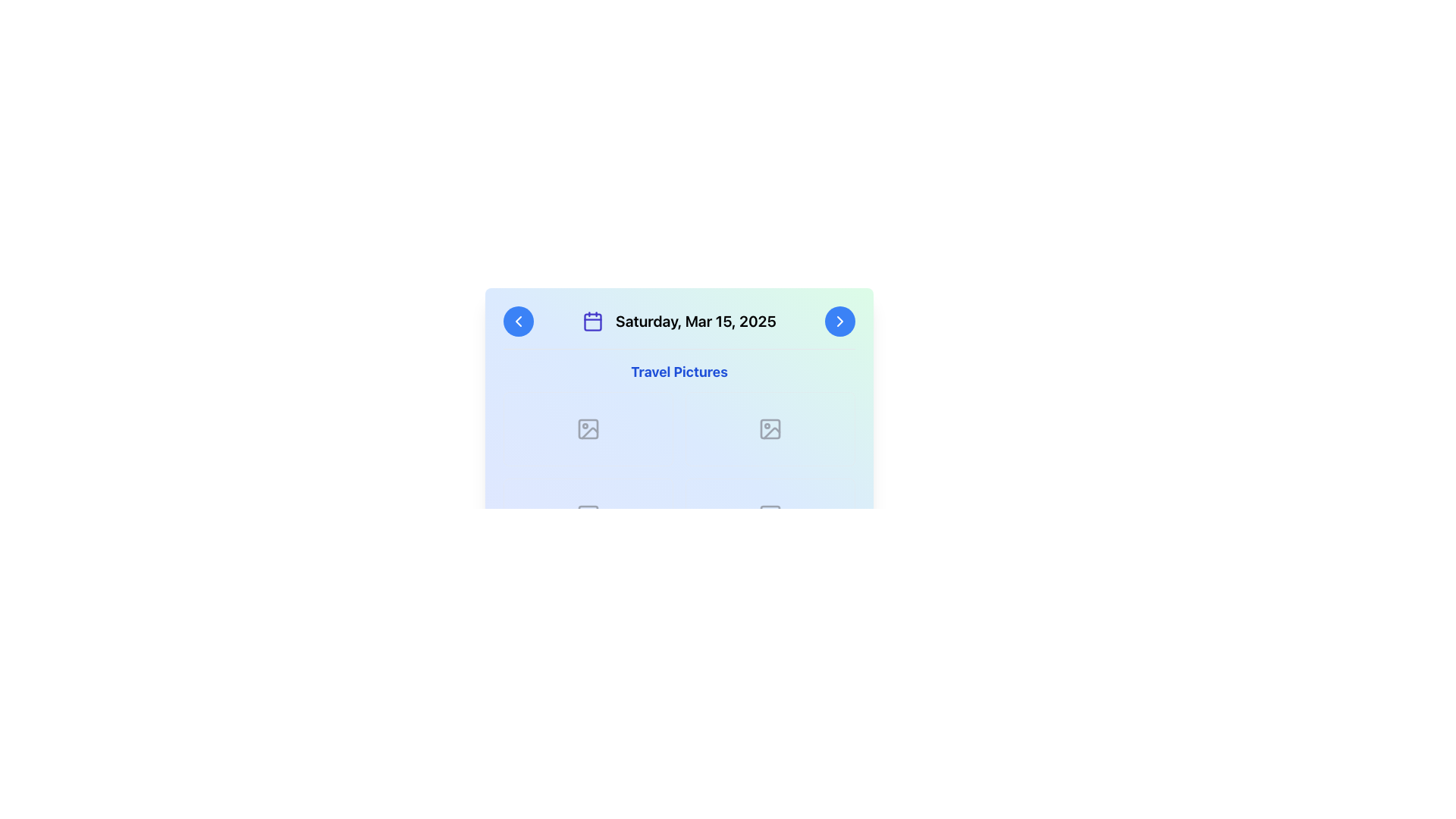 This screenshot has width=1456, height=819. I want to click on the gray image icon located in the bottom-center position of a grid layout of similar icons, so click(588, 514).